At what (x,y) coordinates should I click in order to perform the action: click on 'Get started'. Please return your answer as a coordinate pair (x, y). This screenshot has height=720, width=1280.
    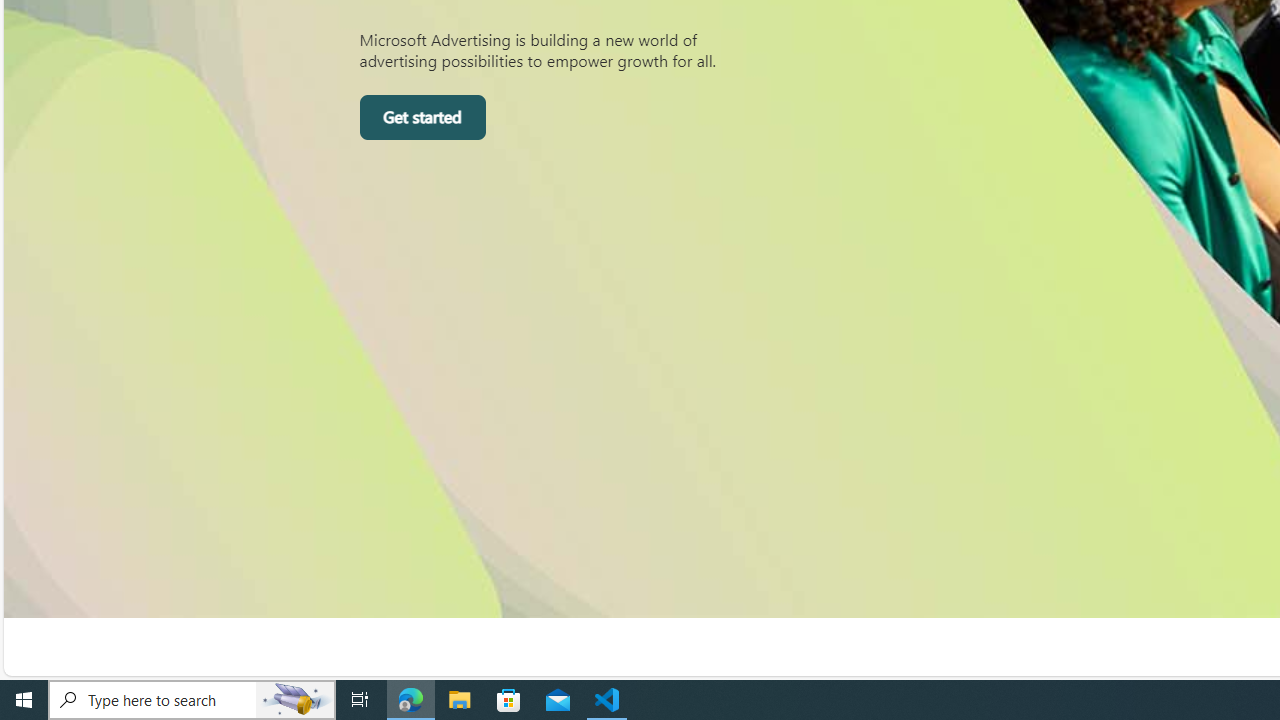
    Looking at the image, I should click on (421, 118).